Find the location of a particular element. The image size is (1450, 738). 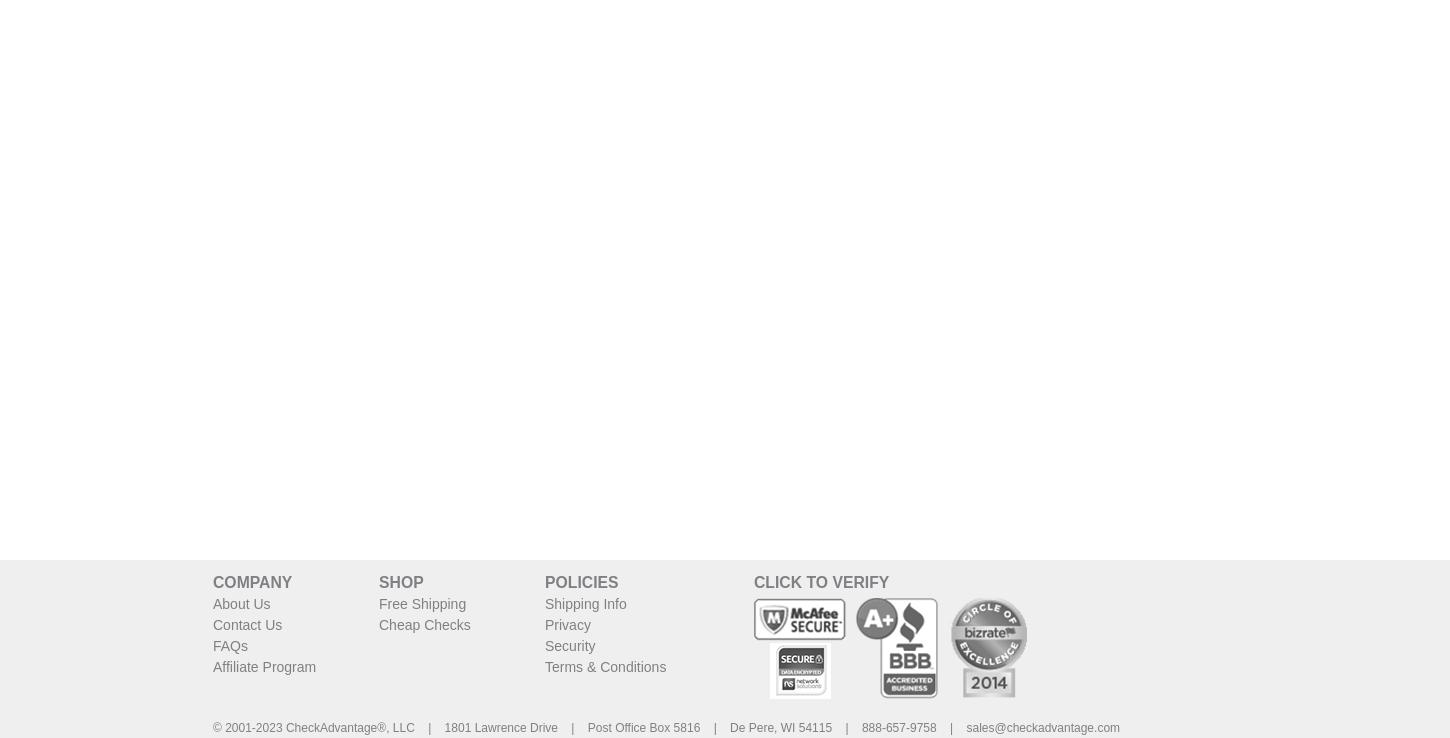

'Shipping Info' is located at coordinates (585, 602).